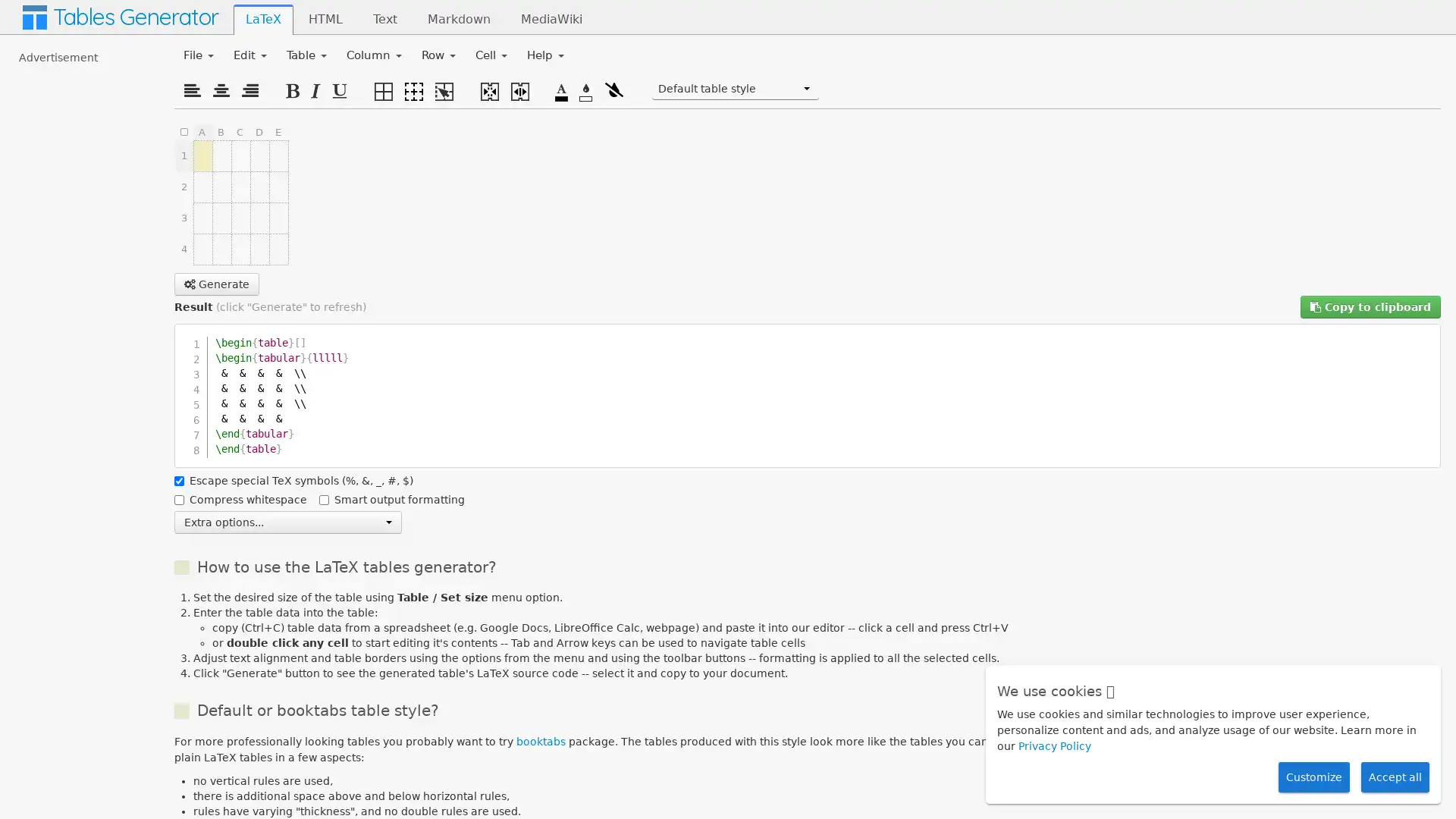  Describe the element at coordinates (545, 55) in the screenshot. I see `Help` at that location.